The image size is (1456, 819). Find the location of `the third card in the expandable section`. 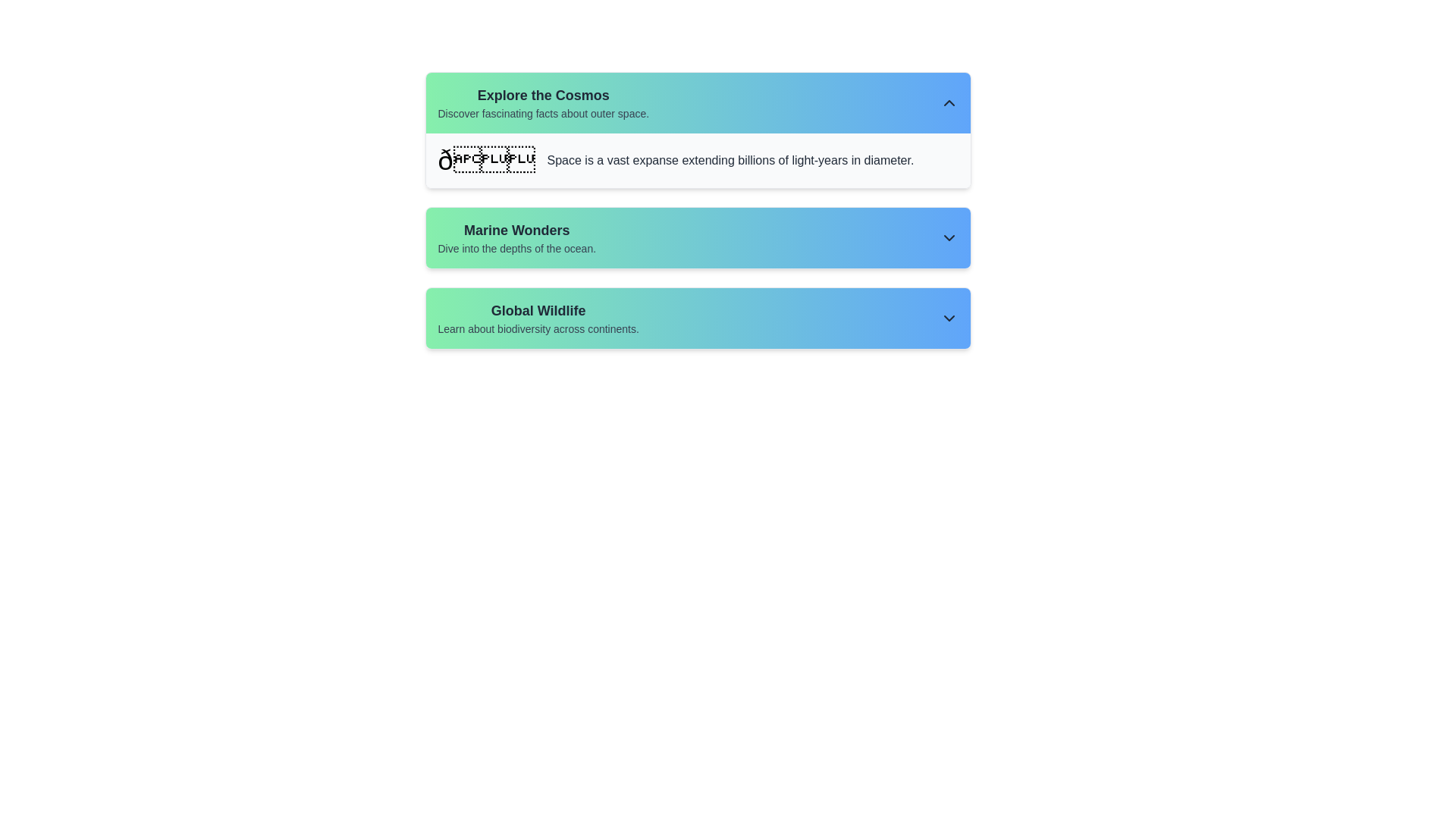

the third card in the expandable section is located at coordinates (697, 318).